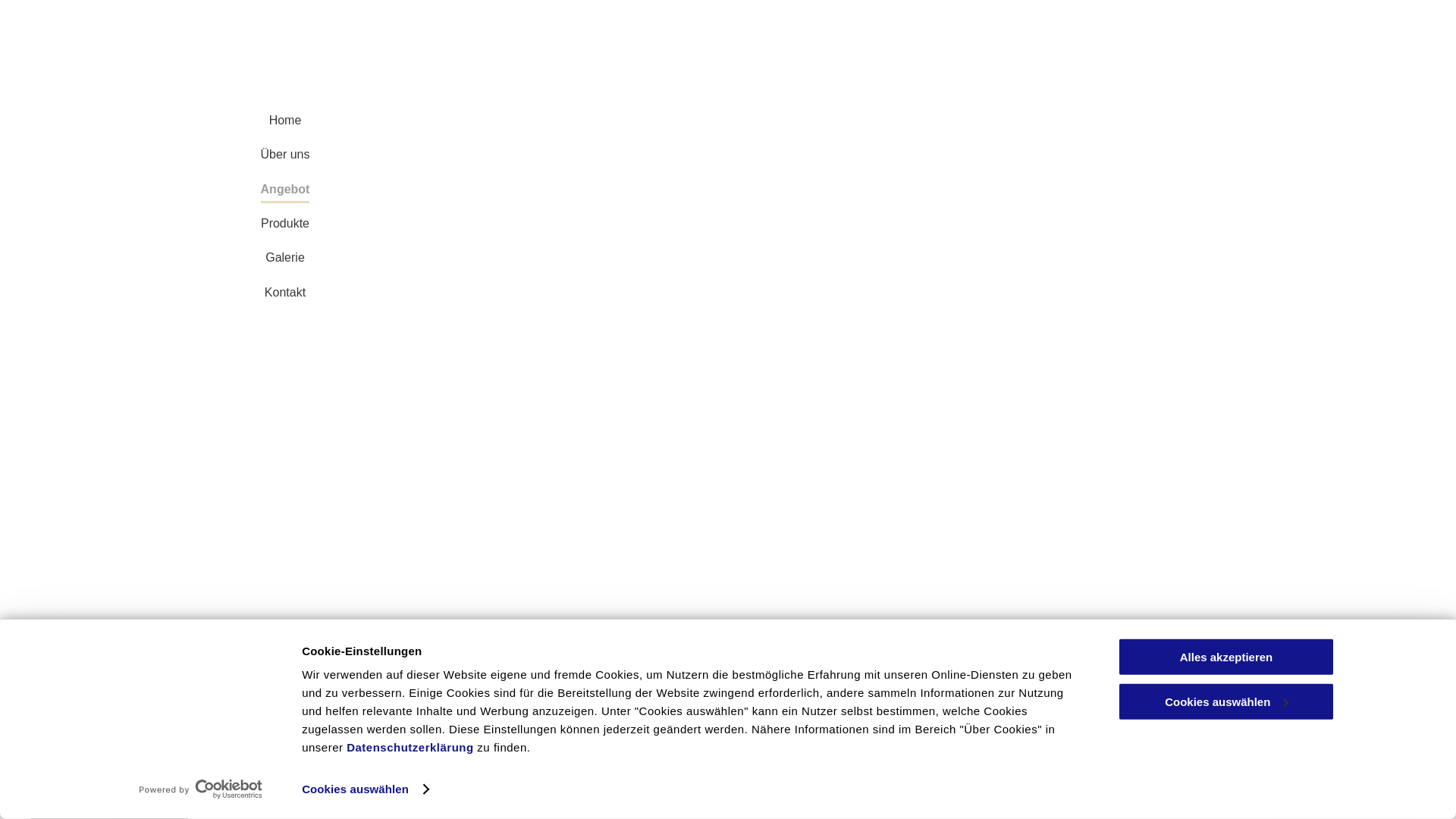 Image resolution: width=1456 pixels, height=819 pixels. I want to click on 'Angebot', so click(284, 189).